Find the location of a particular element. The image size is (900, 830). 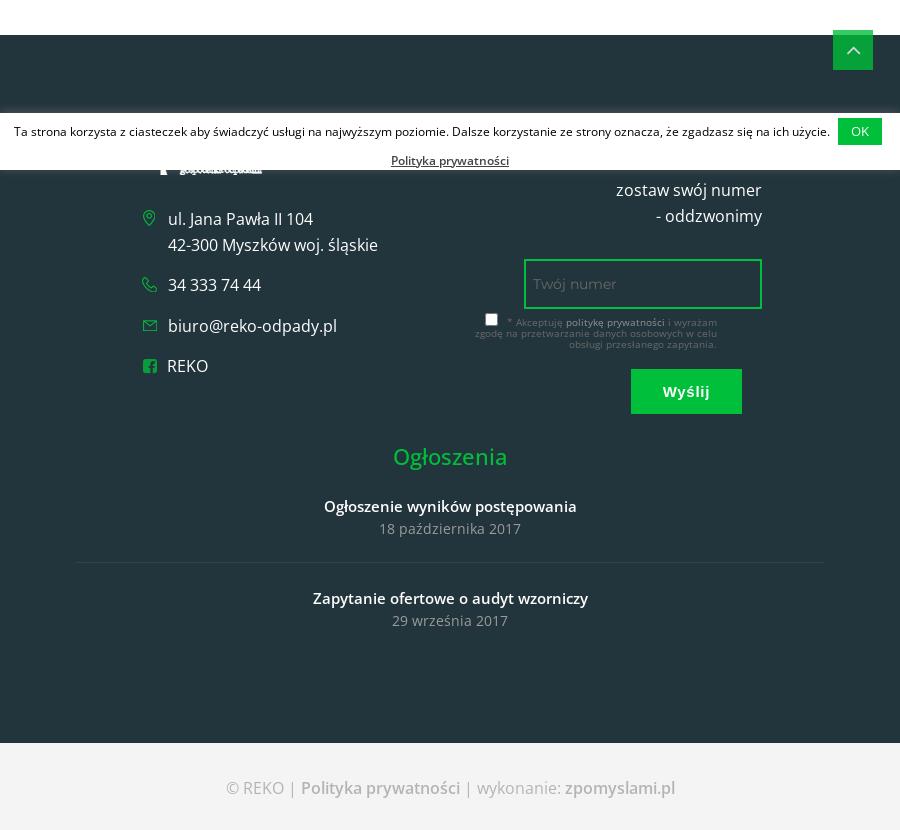

'ul. Jana Pawła II 104' is located at coordinates (239, 218).